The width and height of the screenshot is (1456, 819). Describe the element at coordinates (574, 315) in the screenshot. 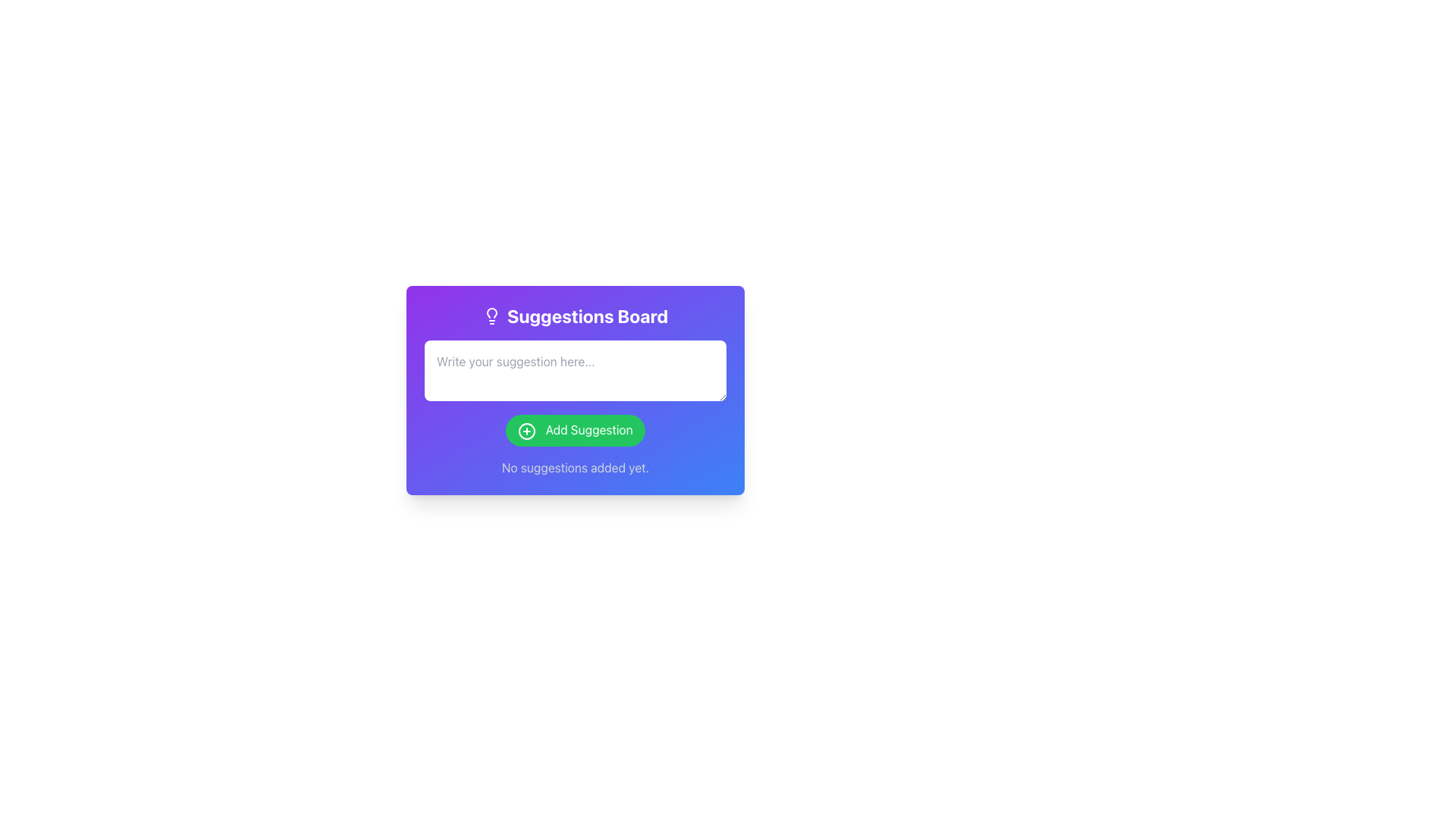

I see `the Header text with an icon that serves as the title for the suggestions board interface to emphasize it` at that location.